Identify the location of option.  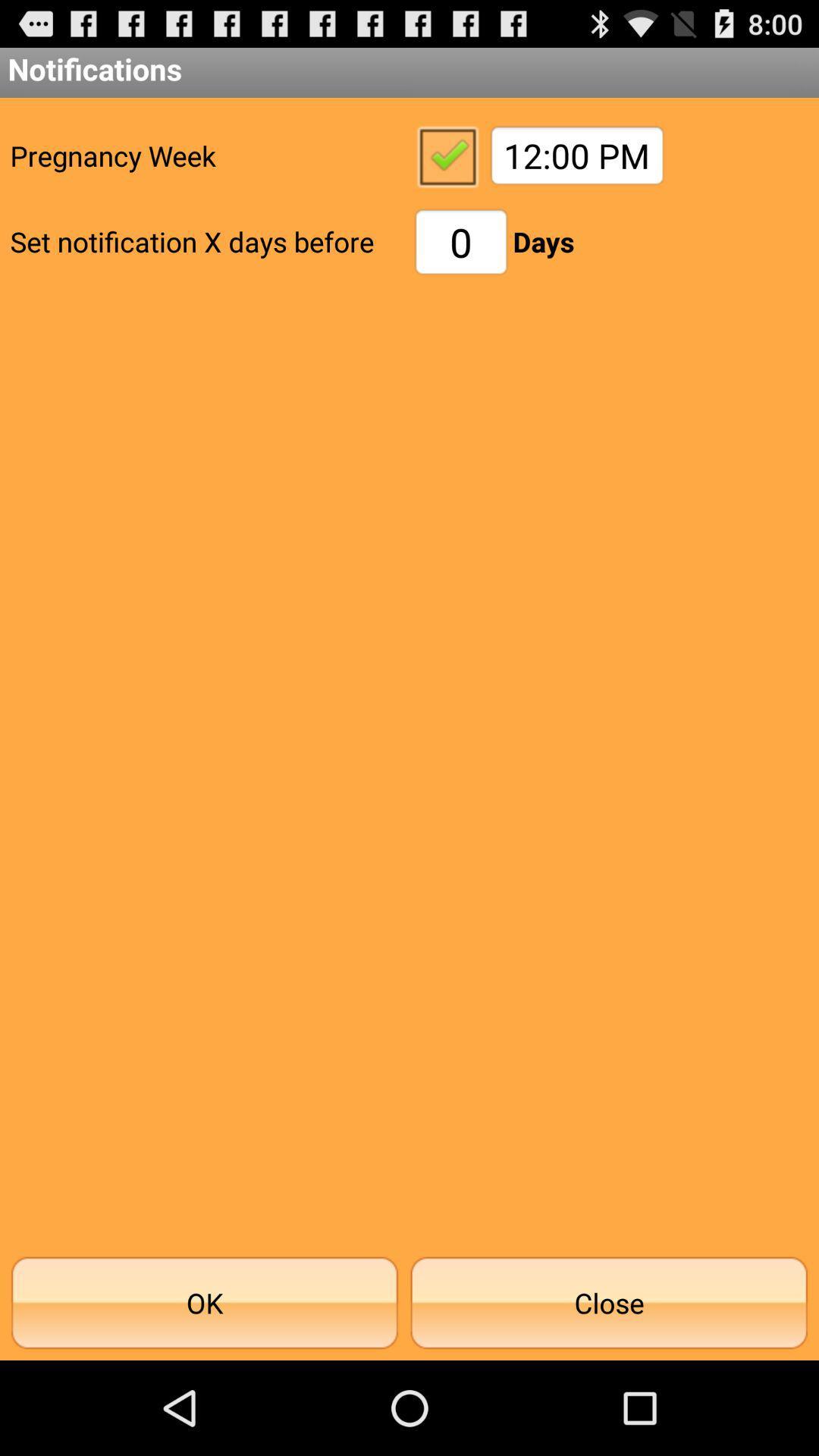
(446, 155).